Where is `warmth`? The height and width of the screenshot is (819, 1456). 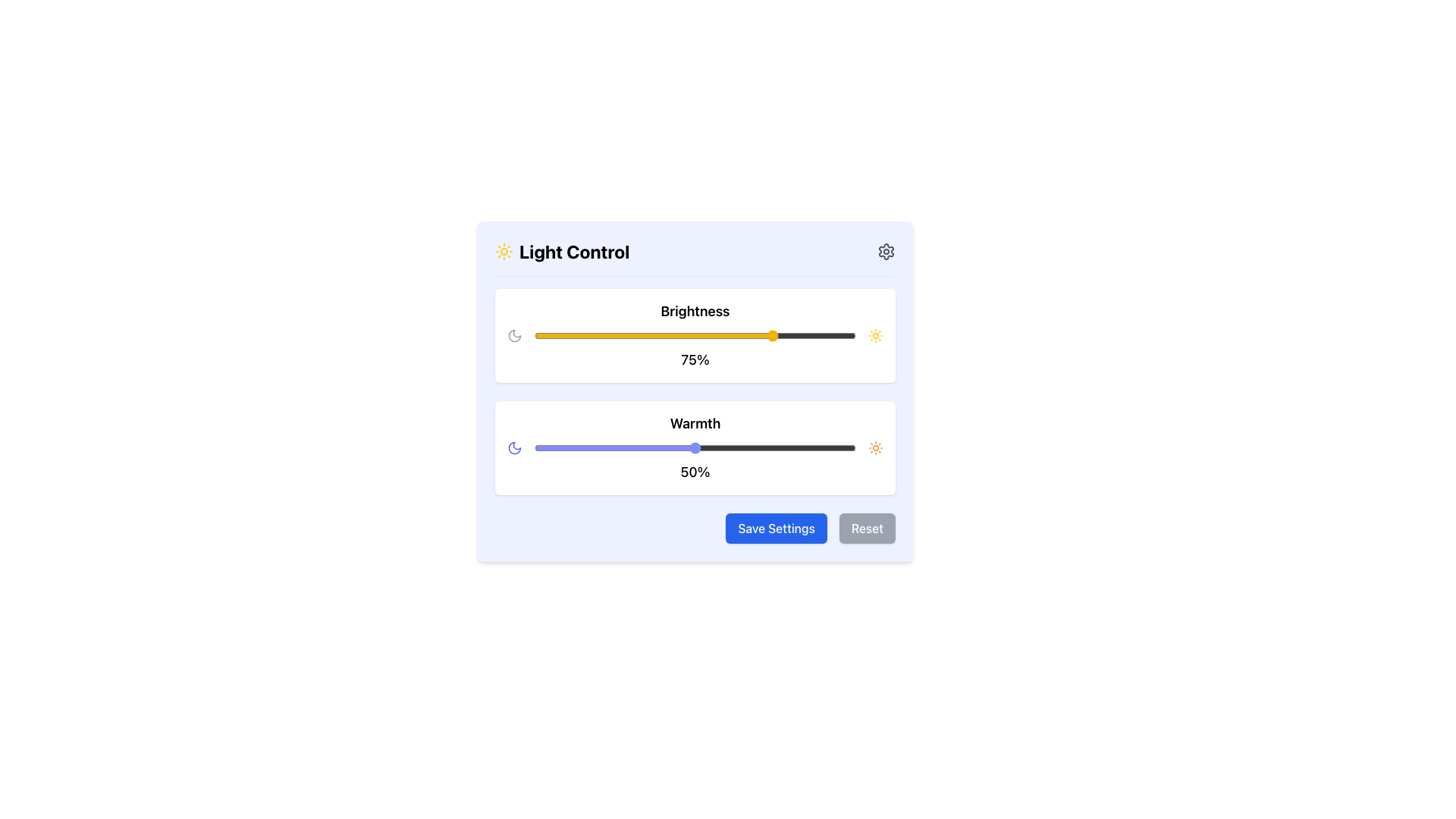
warmth is located at coordinates (644, 447).